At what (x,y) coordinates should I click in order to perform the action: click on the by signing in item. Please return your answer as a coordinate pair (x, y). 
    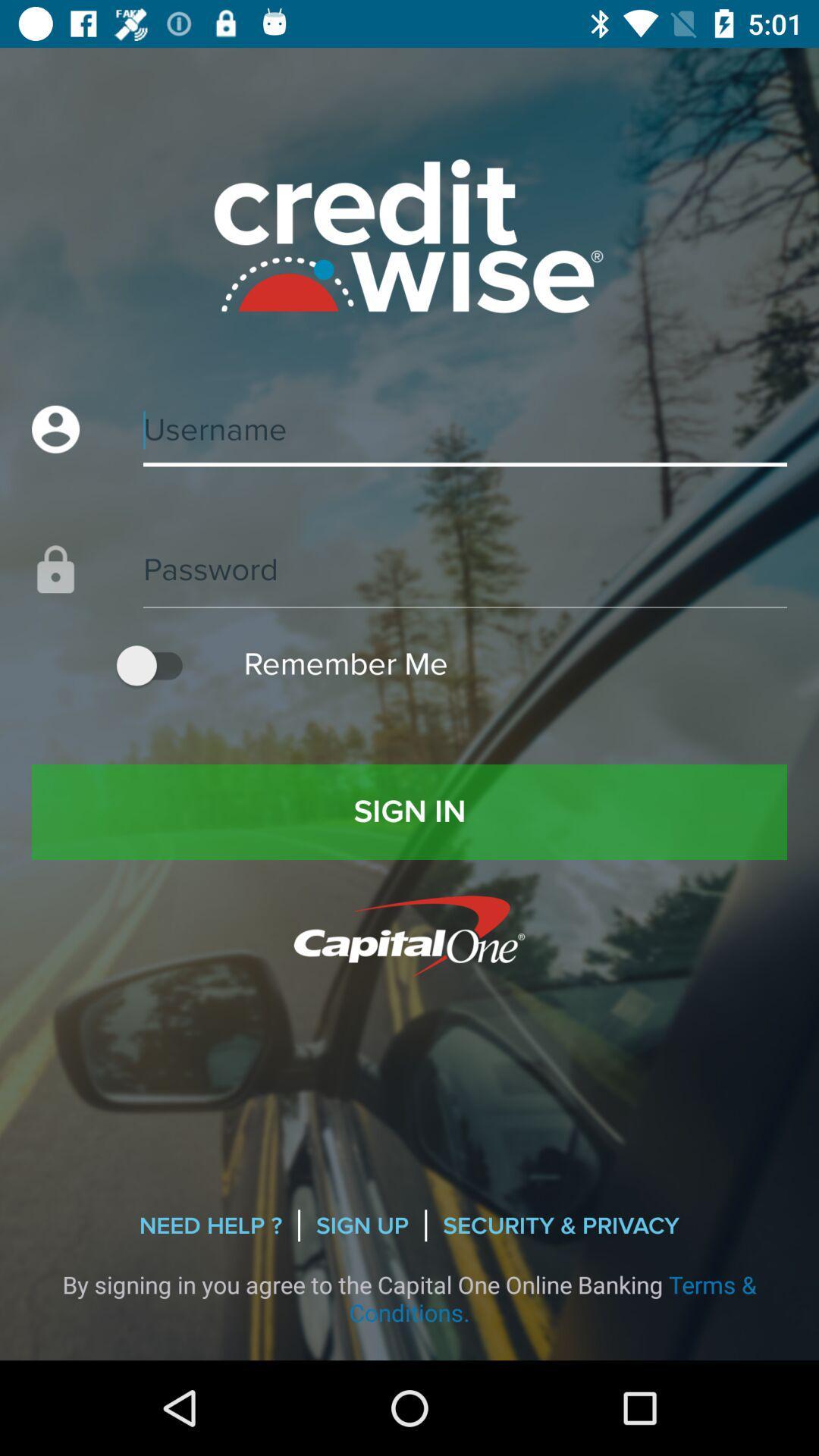
    Looking at the image, I should click on (409, 1298).